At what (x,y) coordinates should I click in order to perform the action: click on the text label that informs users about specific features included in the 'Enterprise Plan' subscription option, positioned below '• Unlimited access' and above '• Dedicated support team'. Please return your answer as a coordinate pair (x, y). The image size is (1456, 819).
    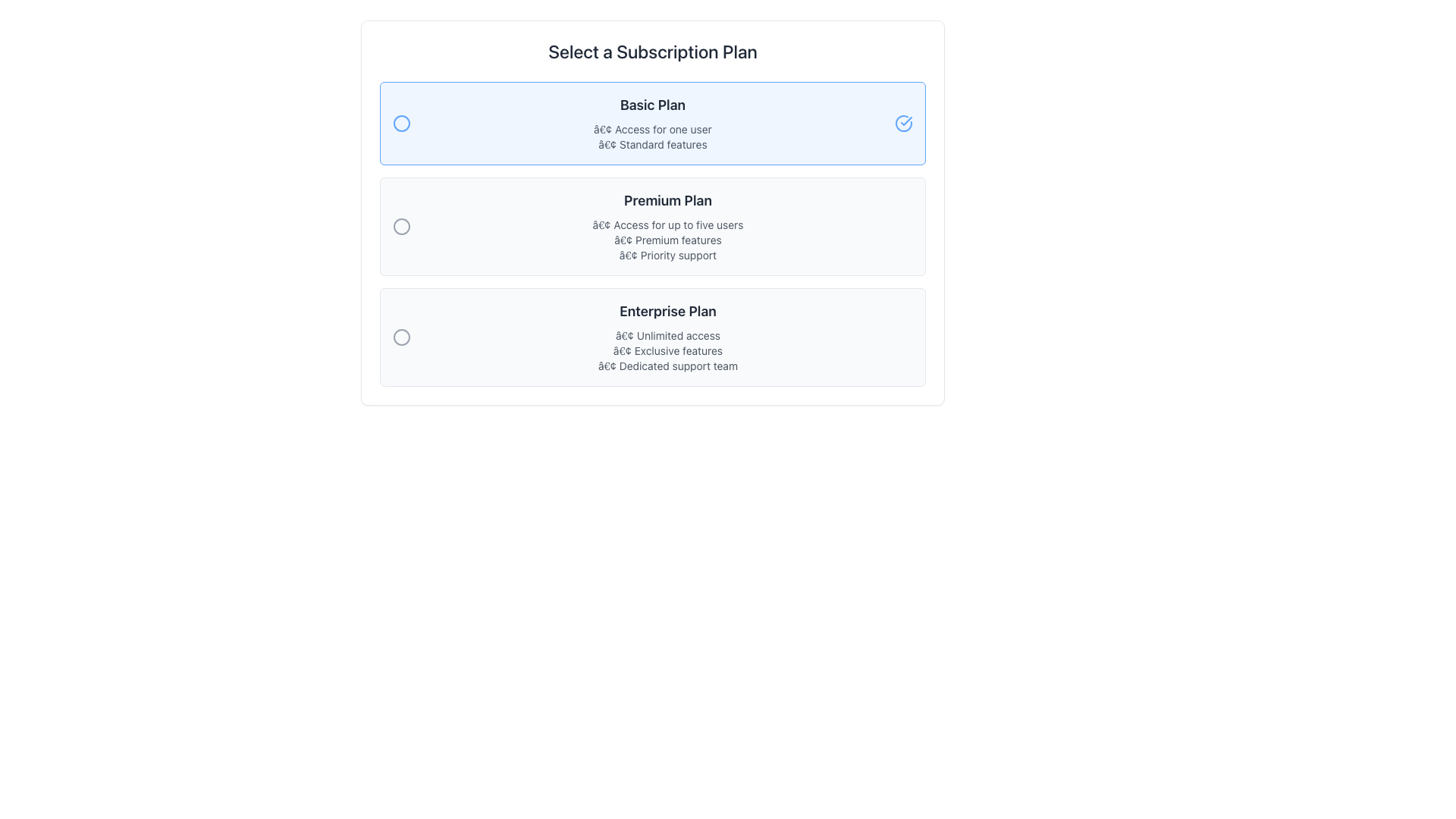
    Looking at the image, I should click on (667, 350).